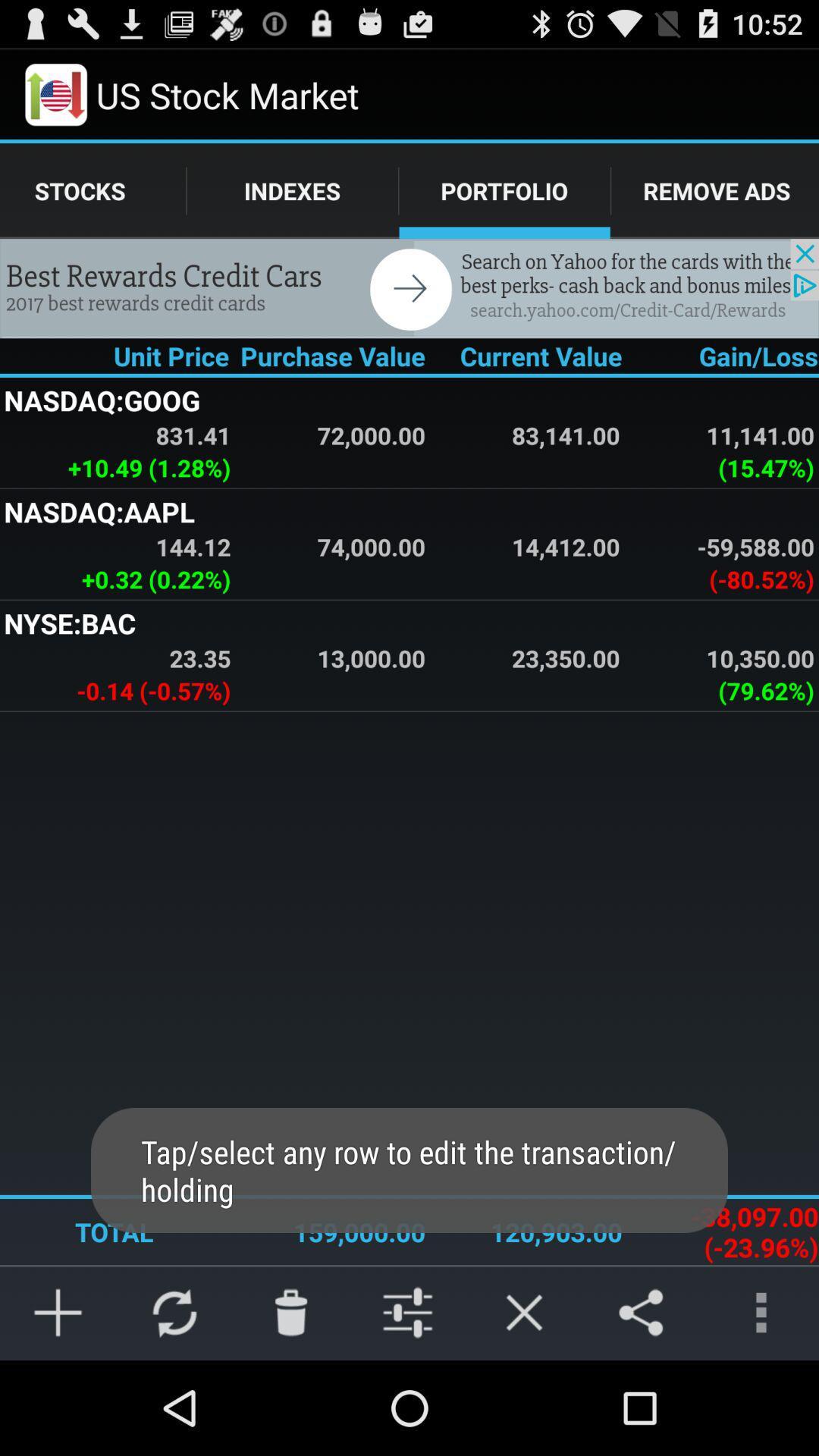 This screenshot has width=819, height=1456. What do you see at coordinates (174, 1312) in the screenshot?
I see `the button which is left side of the delete button` at bounding box center [174, 1312].